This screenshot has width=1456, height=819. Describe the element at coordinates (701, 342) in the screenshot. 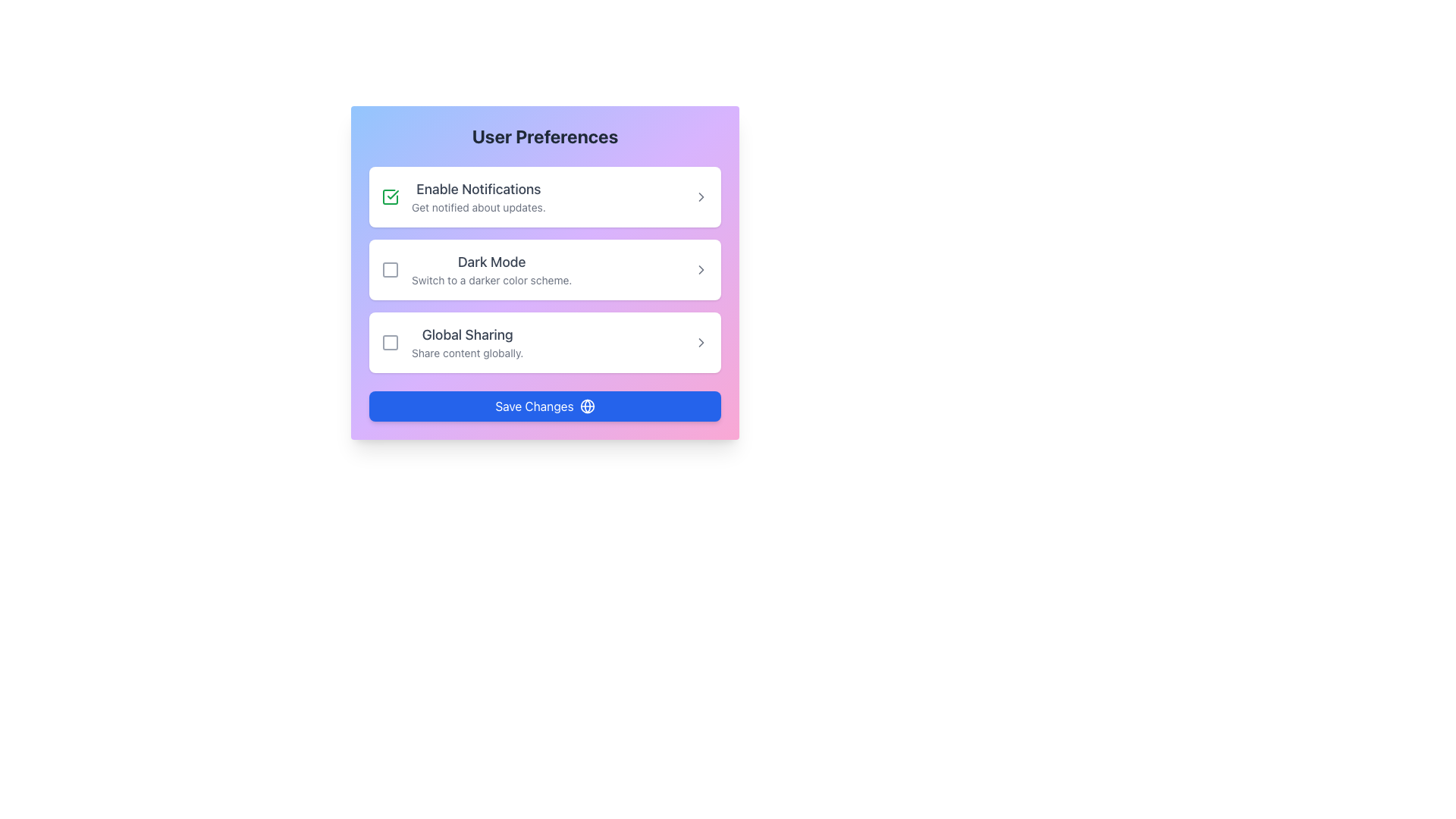

I see `the small rightward-pointing chevron icon located in the 'Global Sharing' section of the User Preferences interface` at that location.